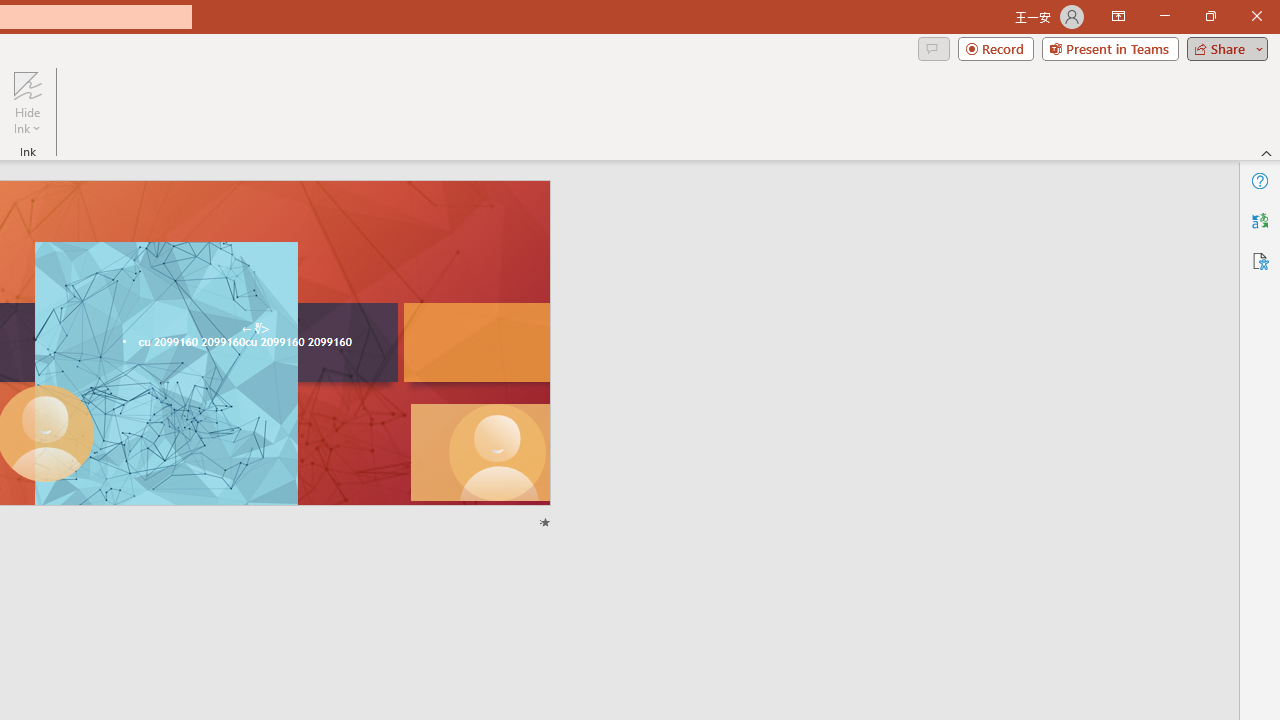 The width and height of the screenshot is (1280, 720). I want to click on 'Minimize', so click(1164, 16).